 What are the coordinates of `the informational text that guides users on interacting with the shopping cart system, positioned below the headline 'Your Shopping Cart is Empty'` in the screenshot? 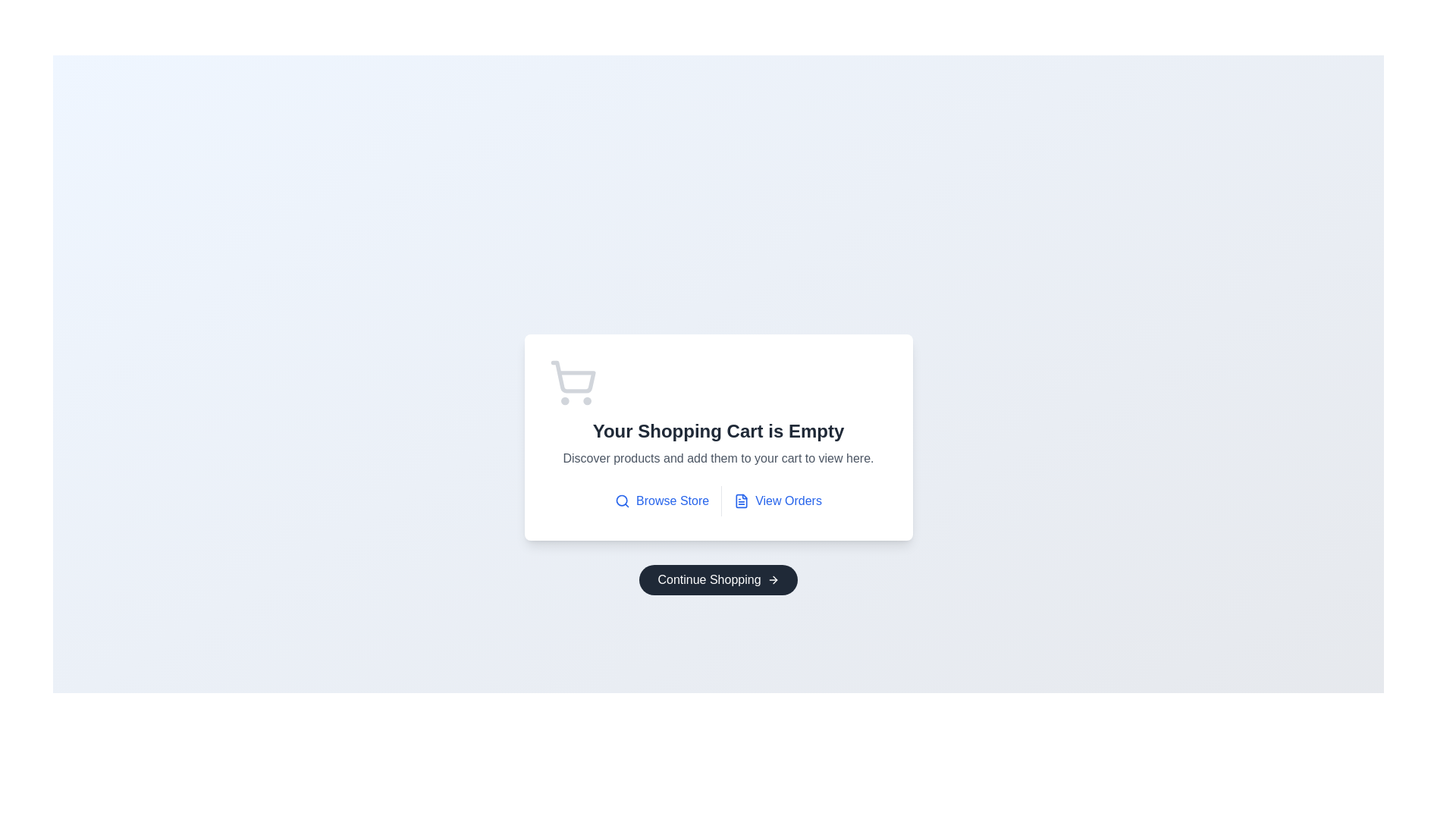 It's located at (717, 458).